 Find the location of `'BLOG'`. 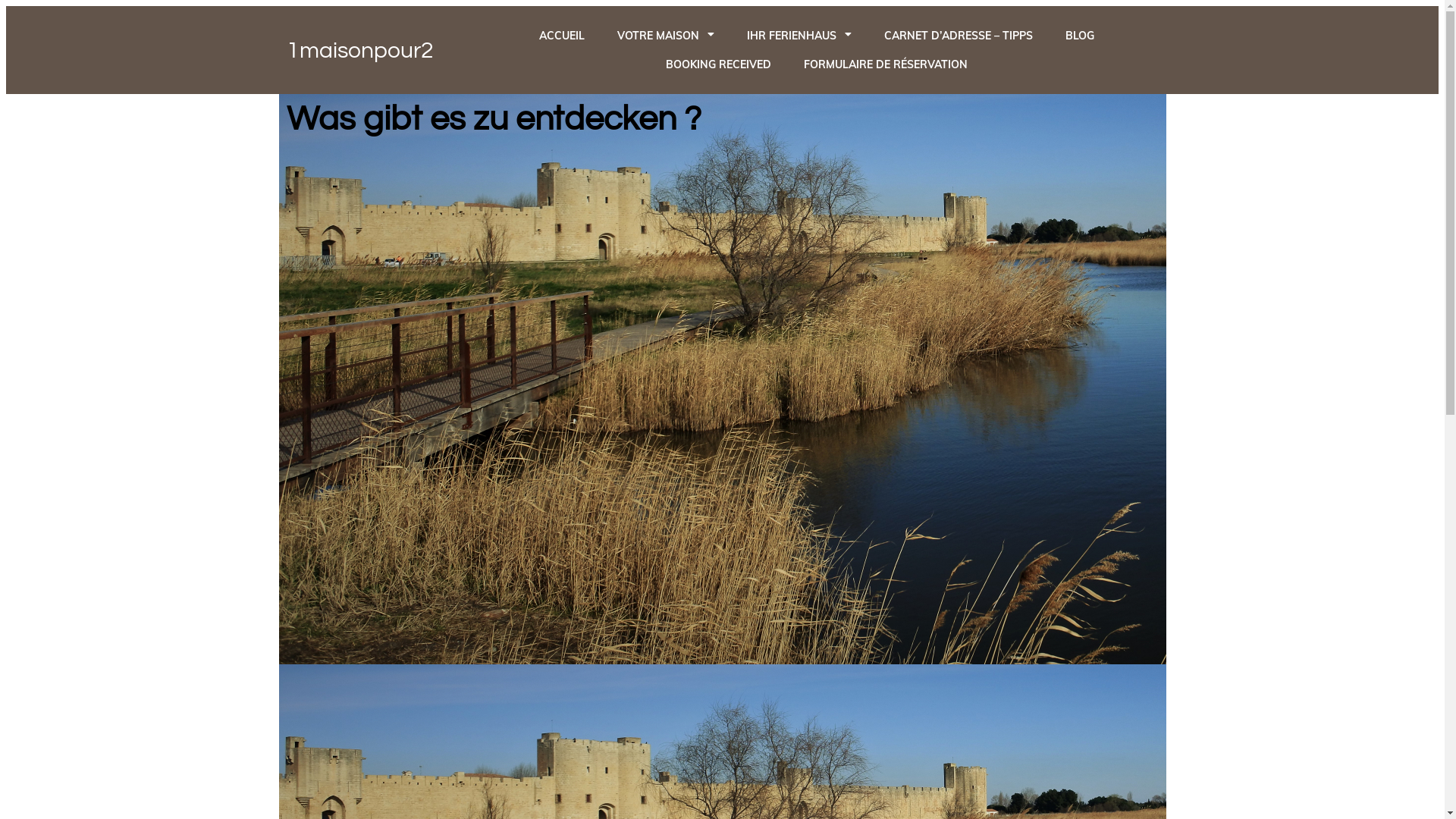

'BLOG' is located at coordinates (1050, 34).